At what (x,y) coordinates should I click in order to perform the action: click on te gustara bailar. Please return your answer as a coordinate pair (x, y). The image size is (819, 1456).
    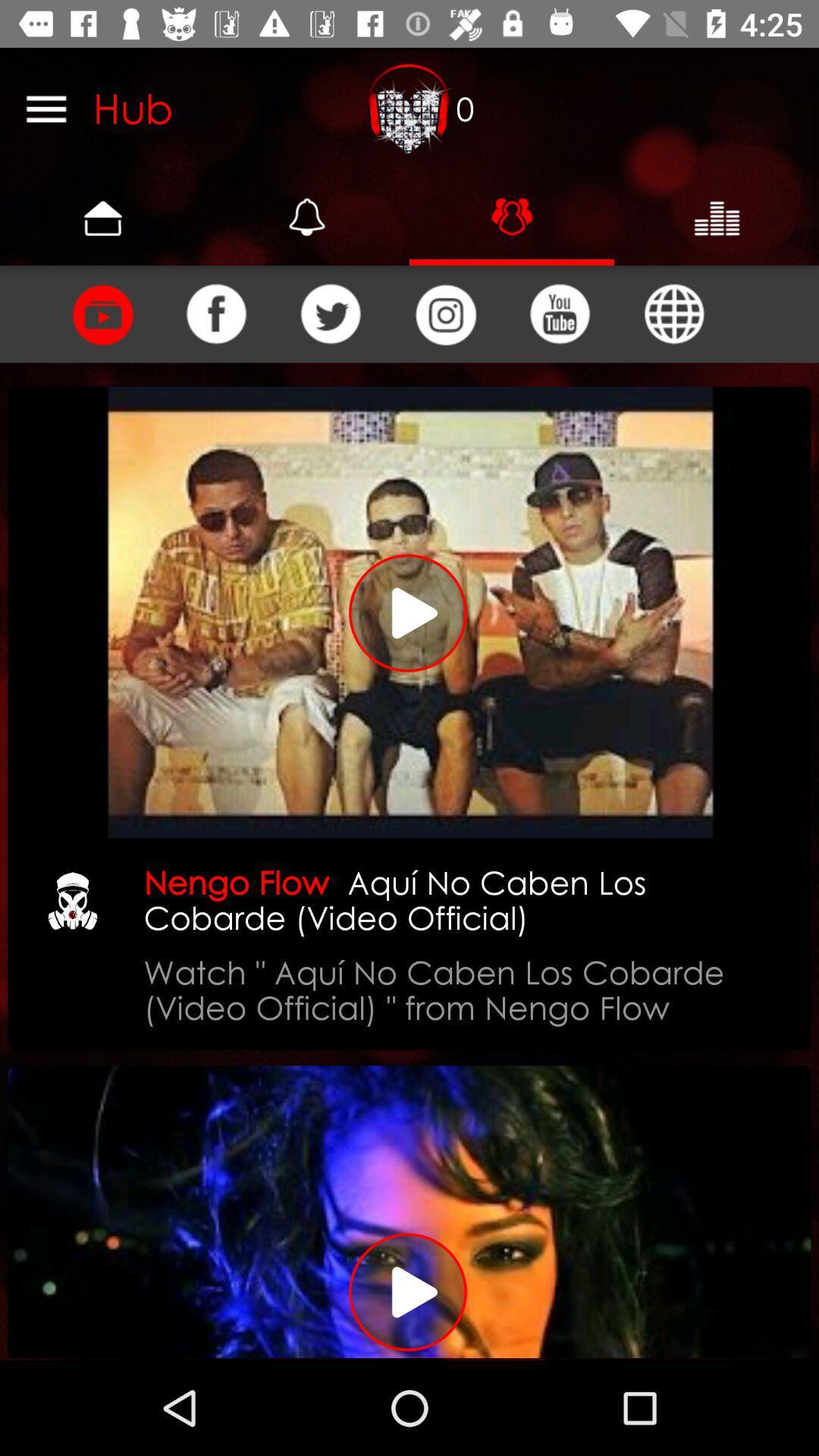
    Looking at the image, I should click on (102, 313).